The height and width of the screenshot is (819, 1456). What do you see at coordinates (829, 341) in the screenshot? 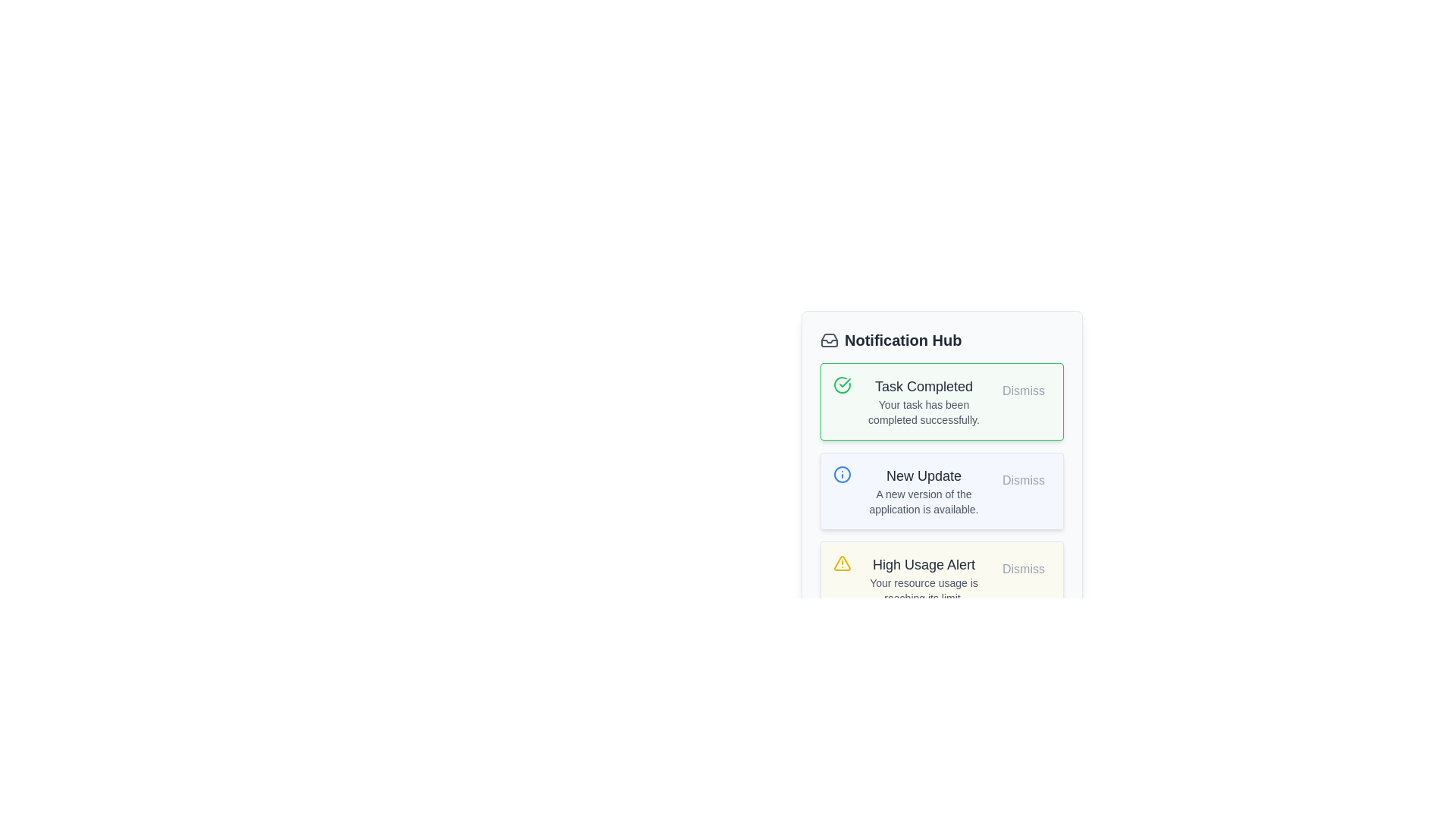
I see `the inbox icon located at the center of the Notification Hub header in the notification panel` at bounding box center [829, 341].